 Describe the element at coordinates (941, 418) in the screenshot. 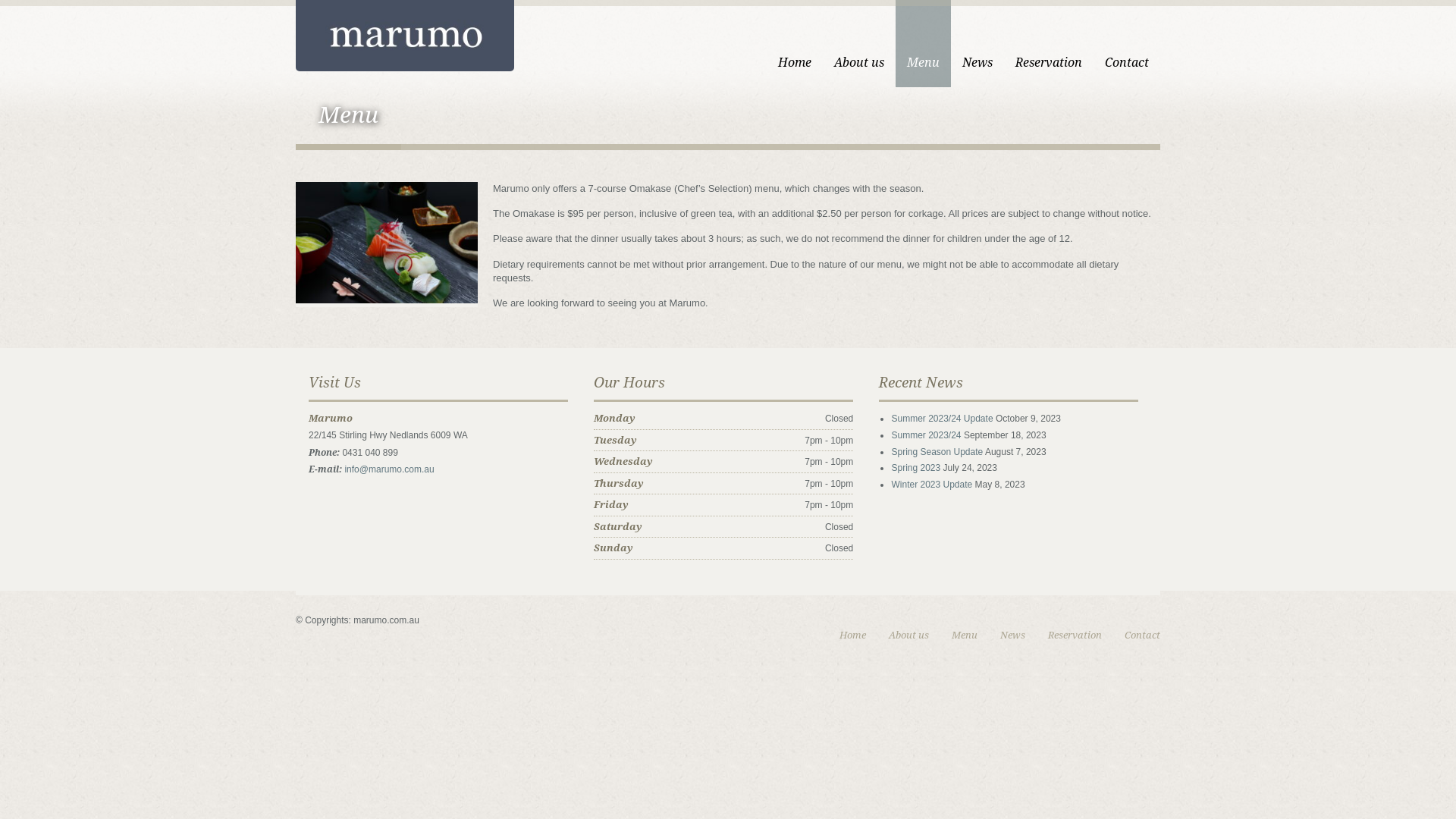

I see `'Summer 2023/24 Update'` at that location.